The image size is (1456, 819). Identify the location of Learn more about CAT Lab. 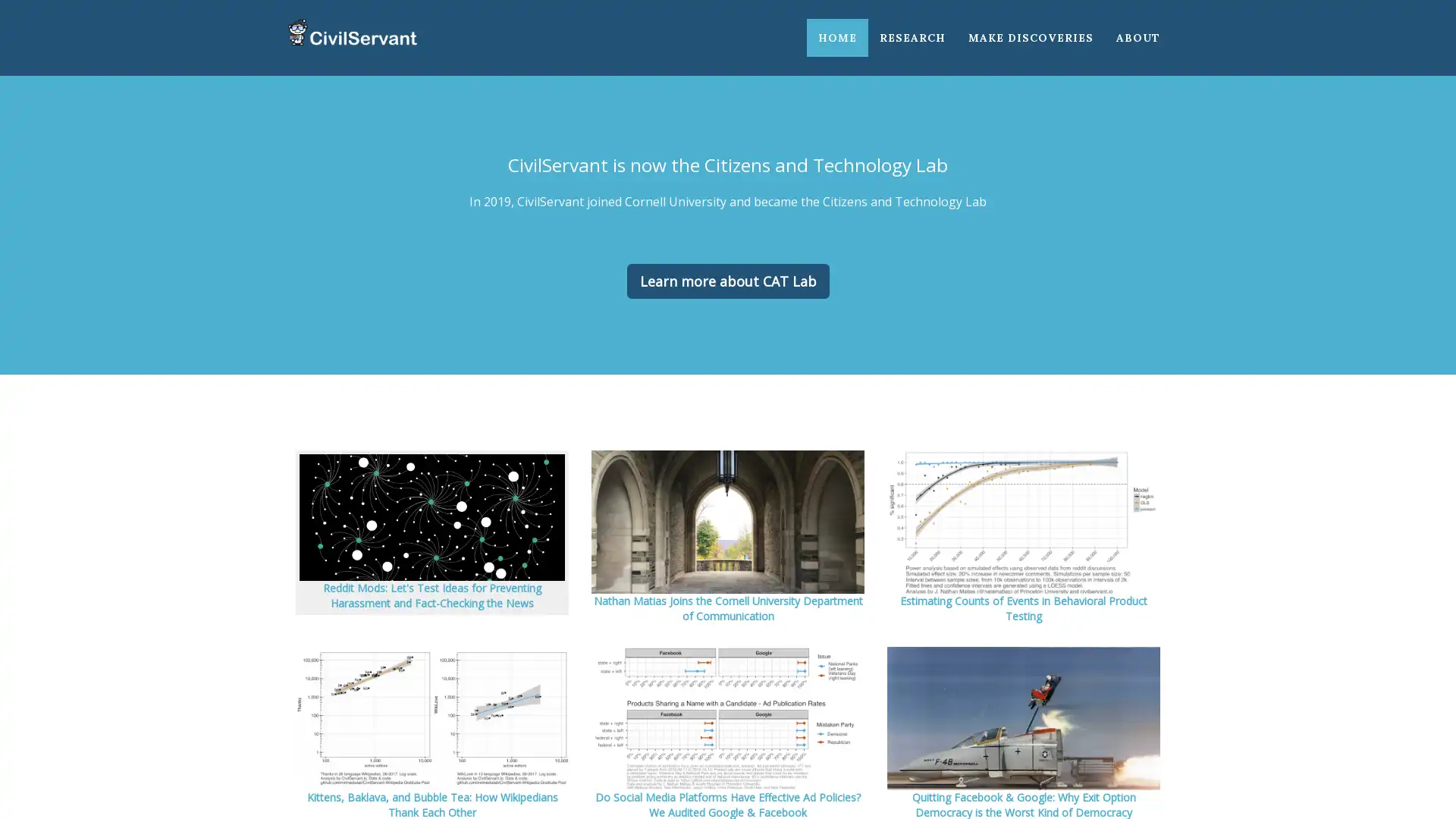
(726, 281).